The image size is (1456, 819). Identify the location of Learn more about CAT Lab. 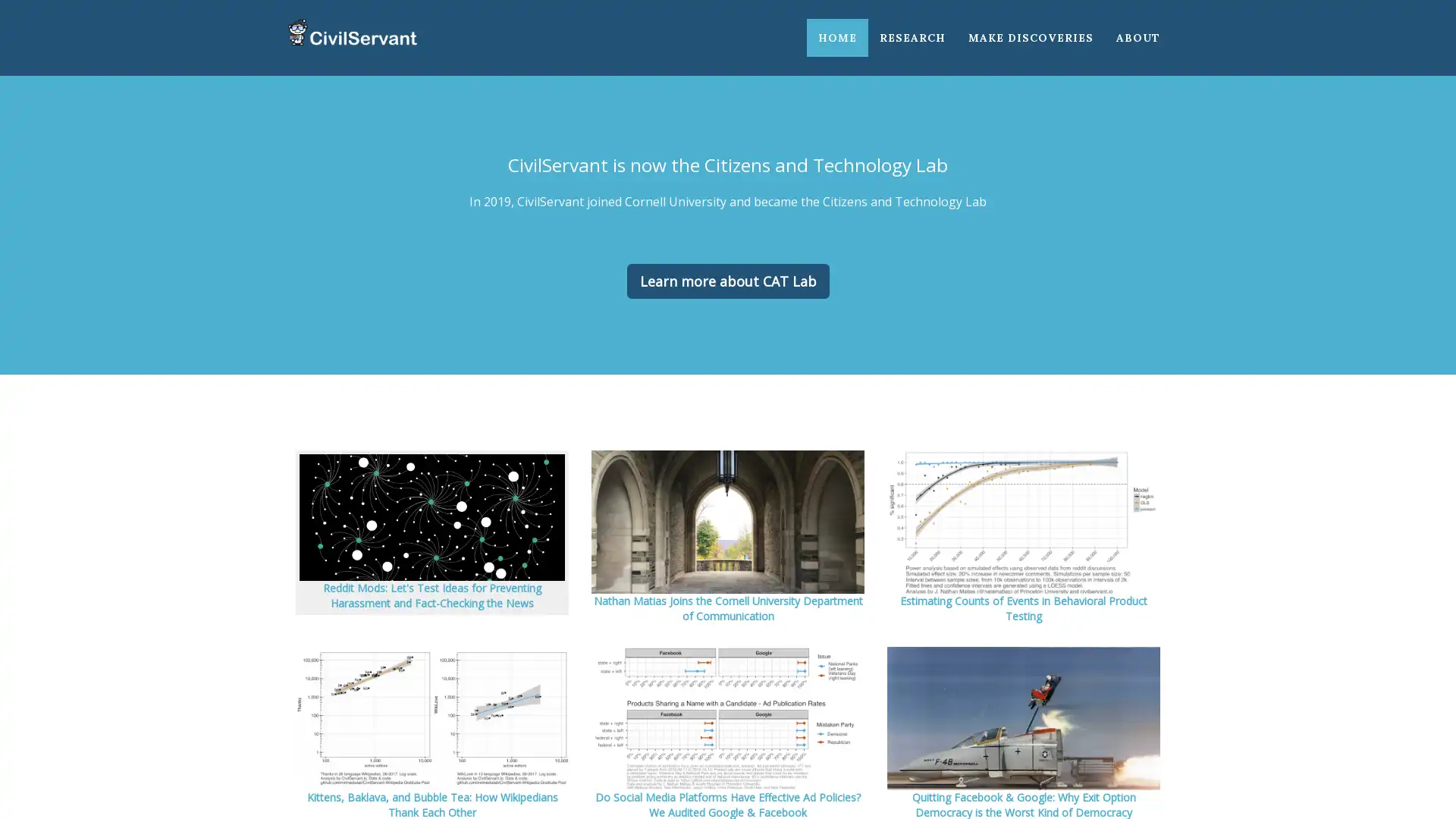
(726, 281).